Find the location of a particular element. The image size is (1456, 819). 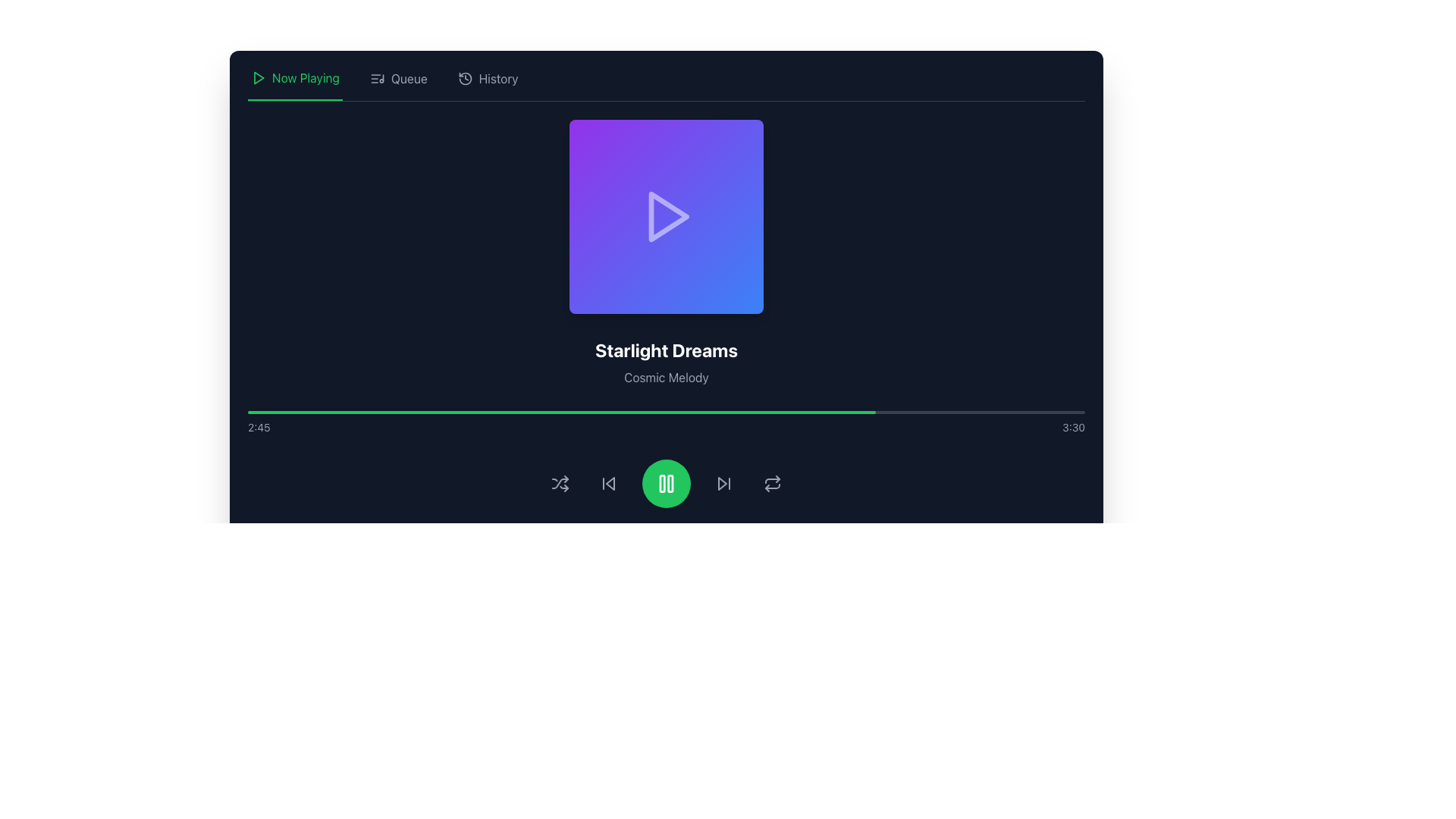

the repeat action button, which is an icon with two arrows forming a circular pattern located to the right of the control buttons in the bottom control bar is located at coordinates (772, 483).